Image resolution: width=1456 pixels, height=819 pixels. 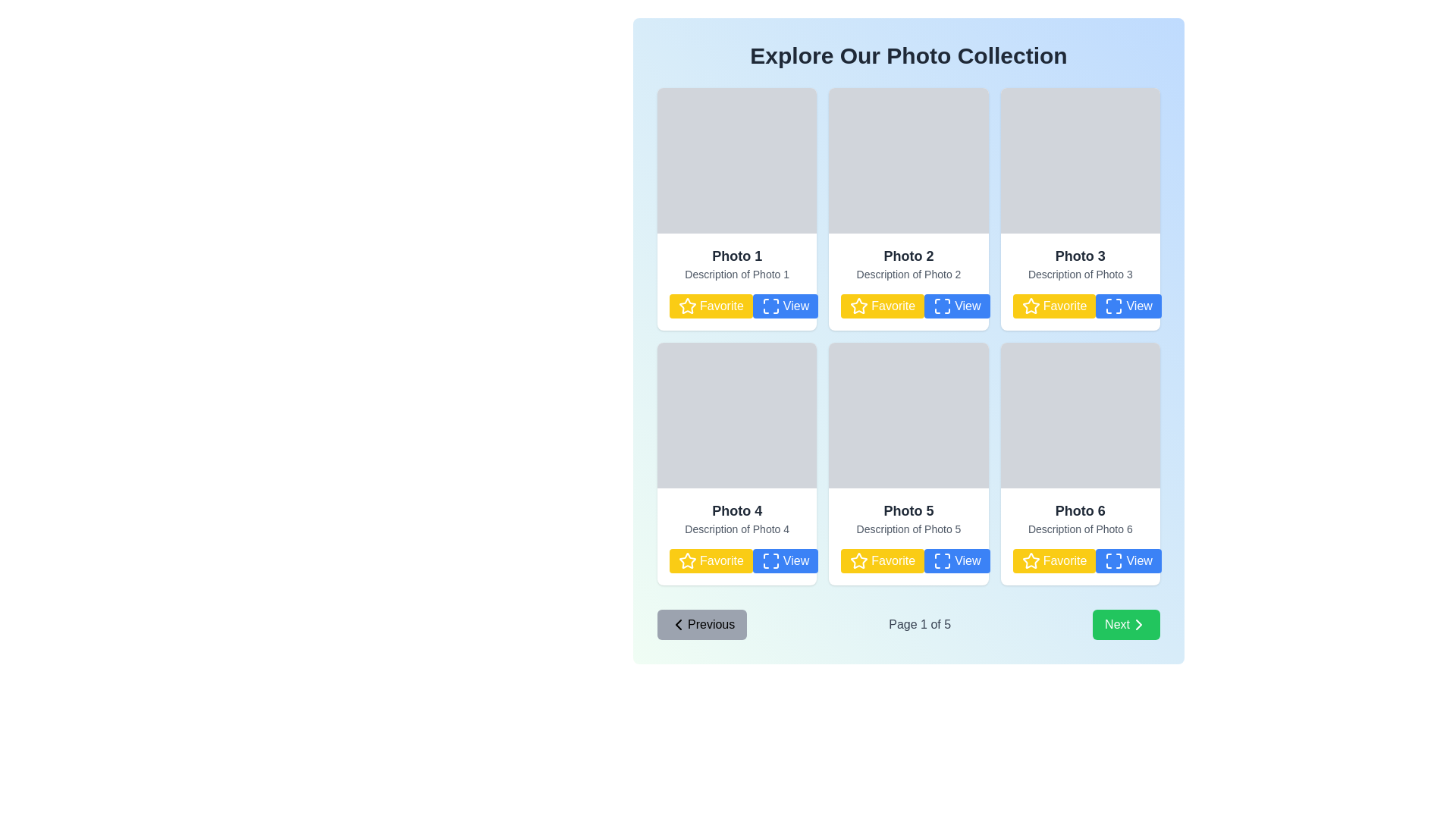 I want to click on the text label displaying 'Description of Photo 3' located below the heading 'Photo 3' in the top-right content card, so click(x=1079, y=275).